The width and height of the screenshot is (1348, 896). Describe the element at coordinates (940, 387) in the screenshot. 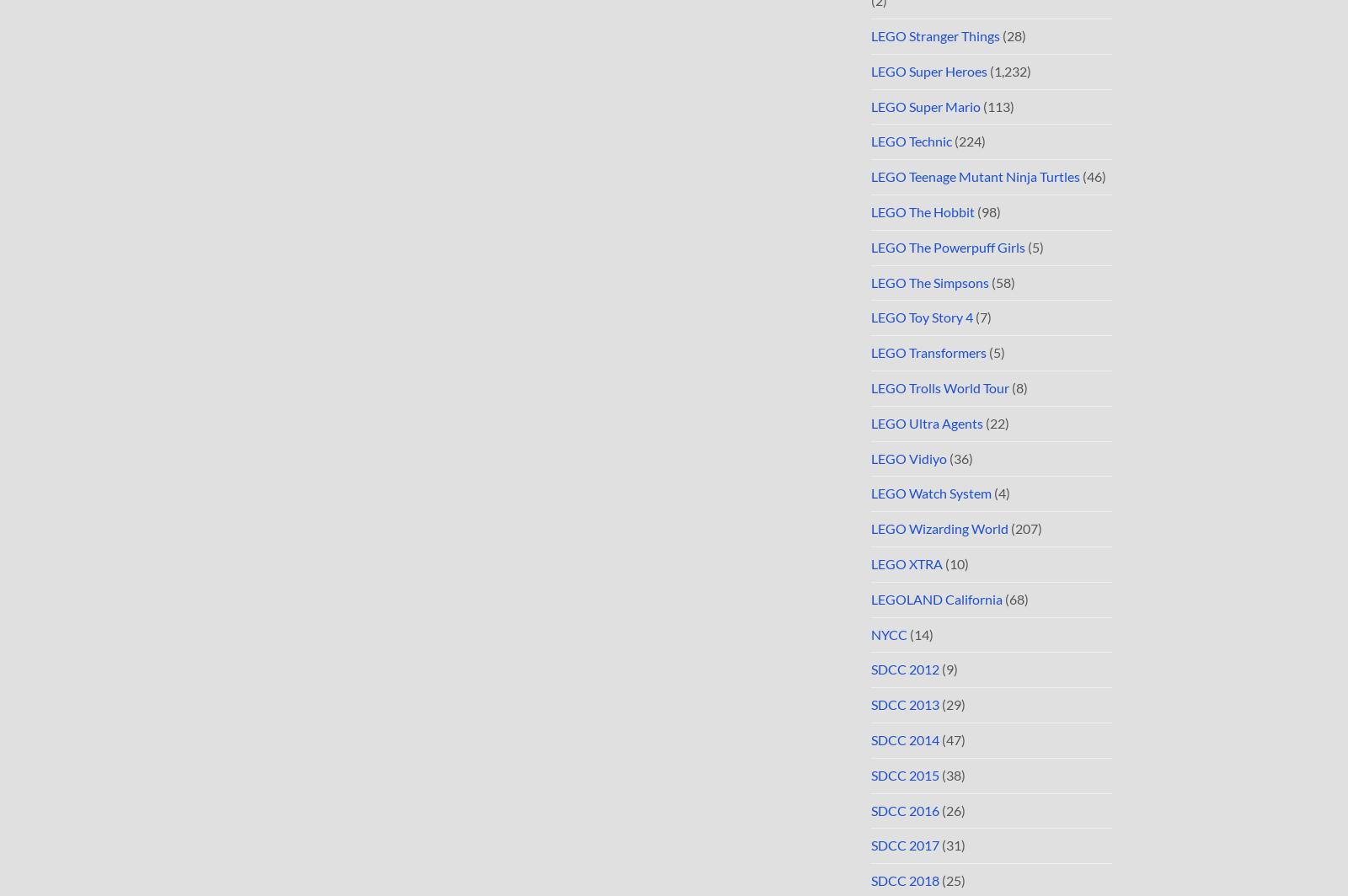

I see `'LEGO Trolls World Tour'` at that location.